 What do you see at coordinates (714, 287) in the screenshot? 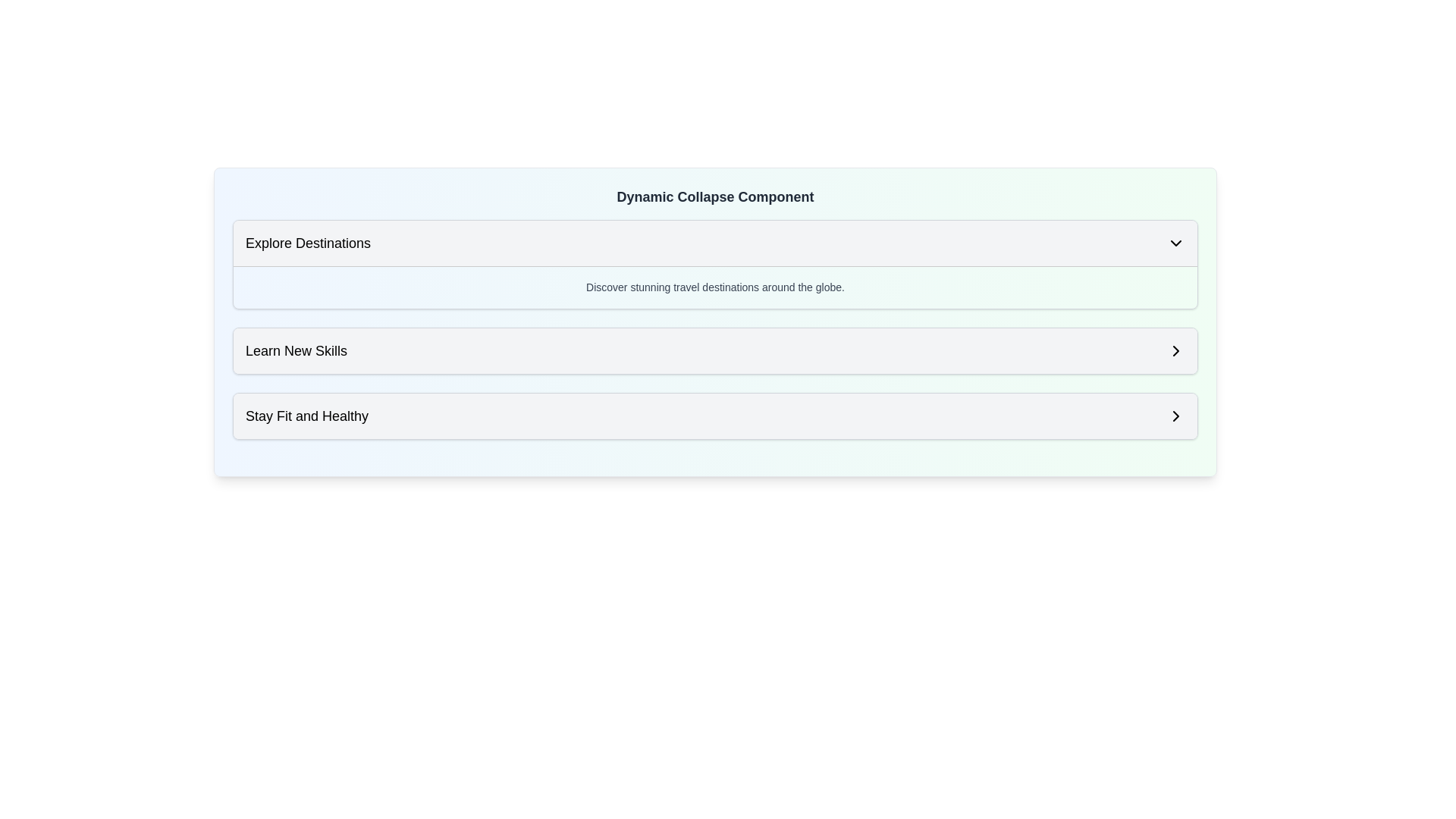
I see `text from the informational description block located below the 'Explore Destinations' header in the collapsible panel` at bounding box center [714, 287].